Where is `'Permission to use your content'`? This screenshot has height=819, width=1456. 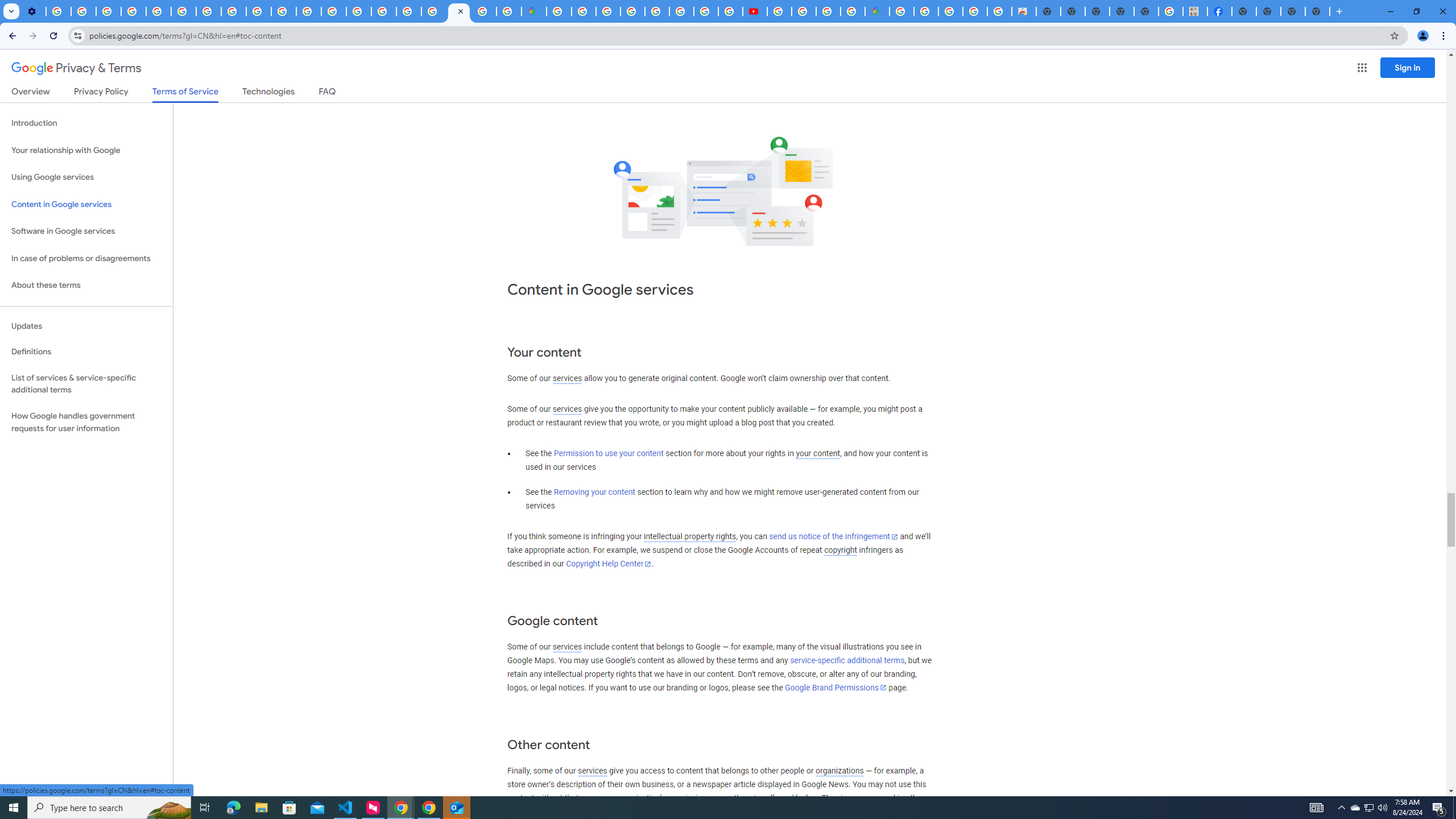
'Permission to use your content' is located at coordinates (608, 453).